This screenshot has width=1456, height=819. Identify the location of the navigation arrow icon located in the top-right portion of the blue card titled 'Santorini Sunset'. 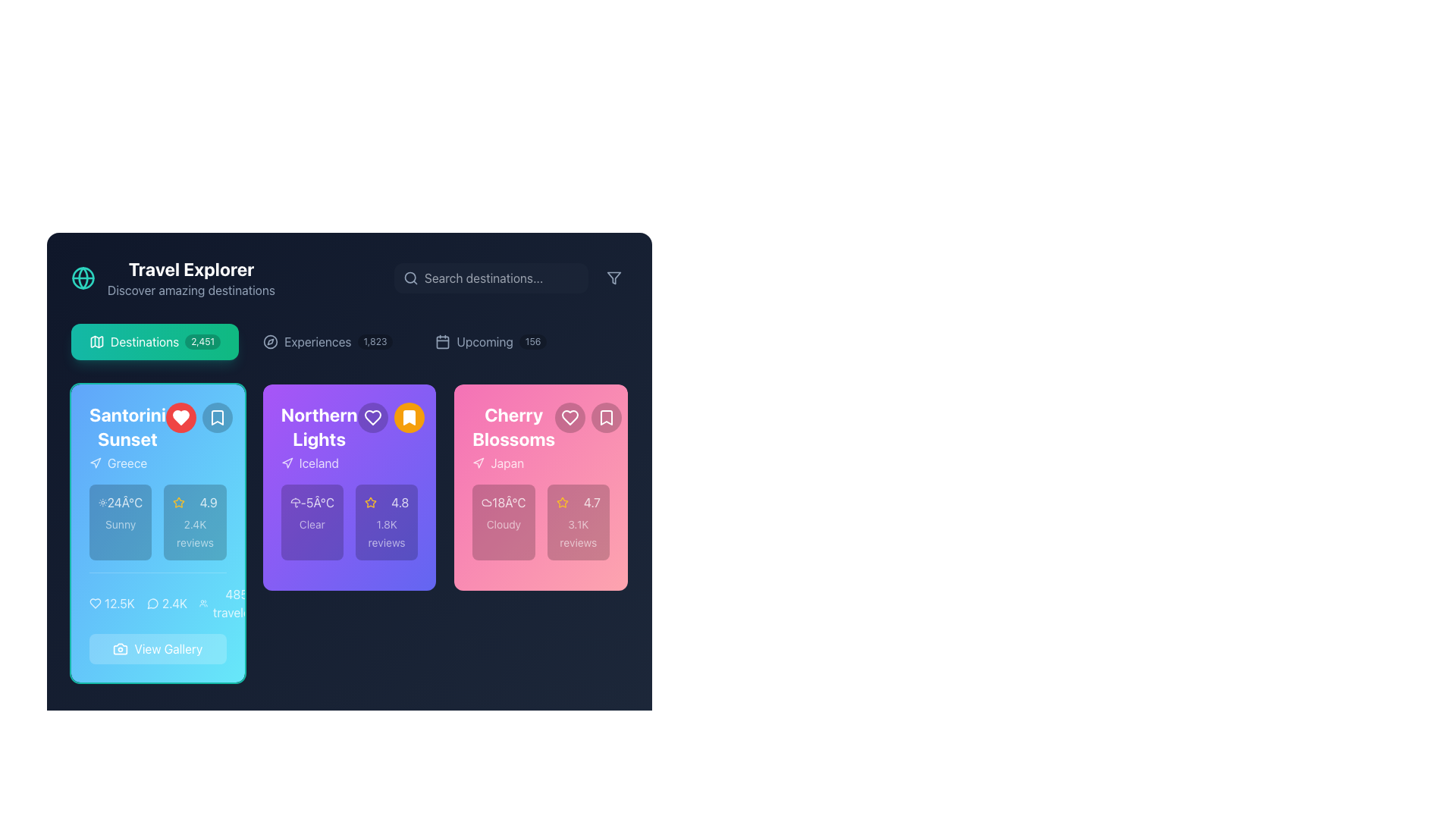
(95, 462).